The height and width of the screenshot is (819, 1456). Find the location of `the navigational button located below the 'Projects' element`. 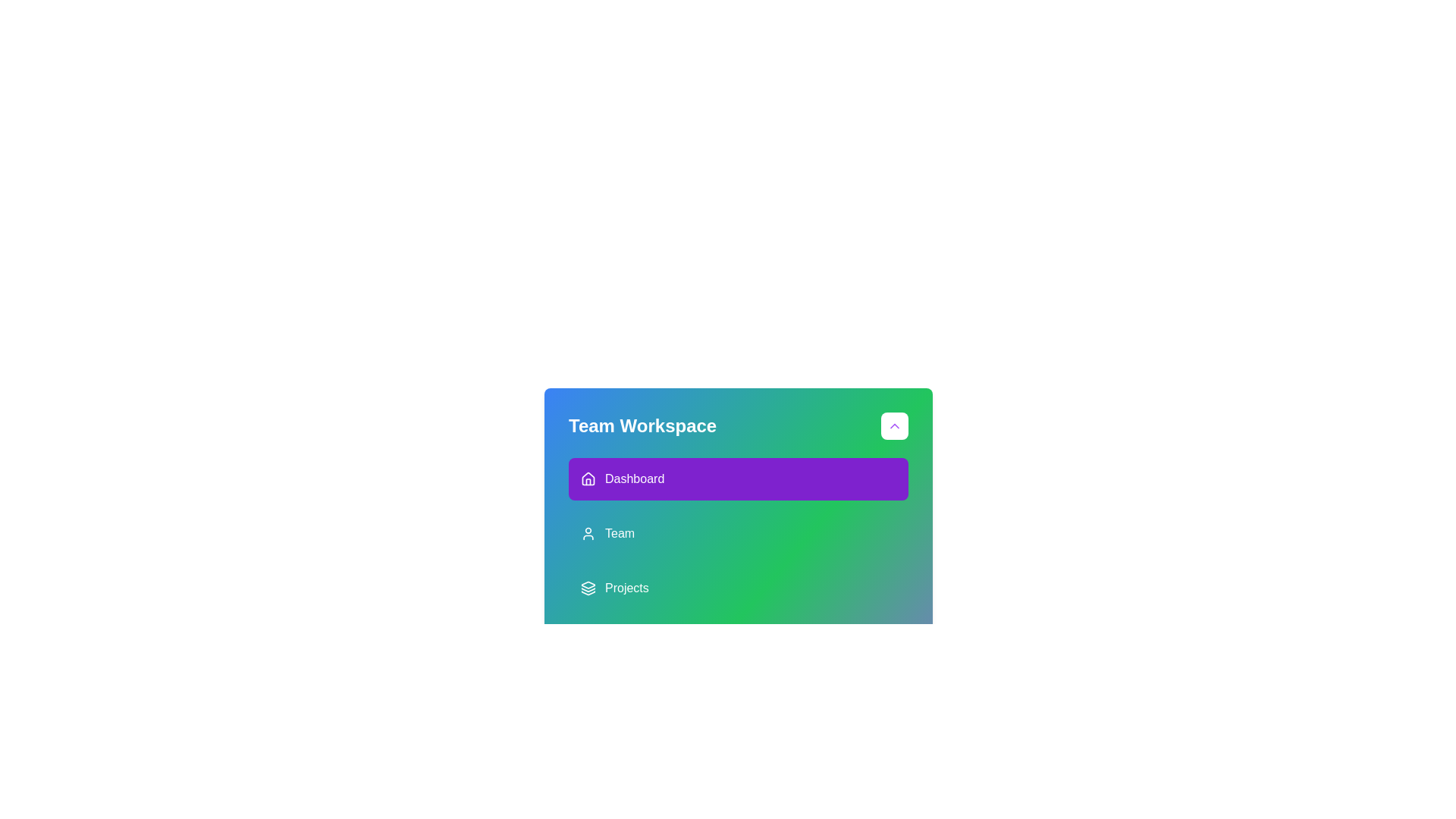

the navigational button located below the 'Projects' element is located at coordinates (739, 643).